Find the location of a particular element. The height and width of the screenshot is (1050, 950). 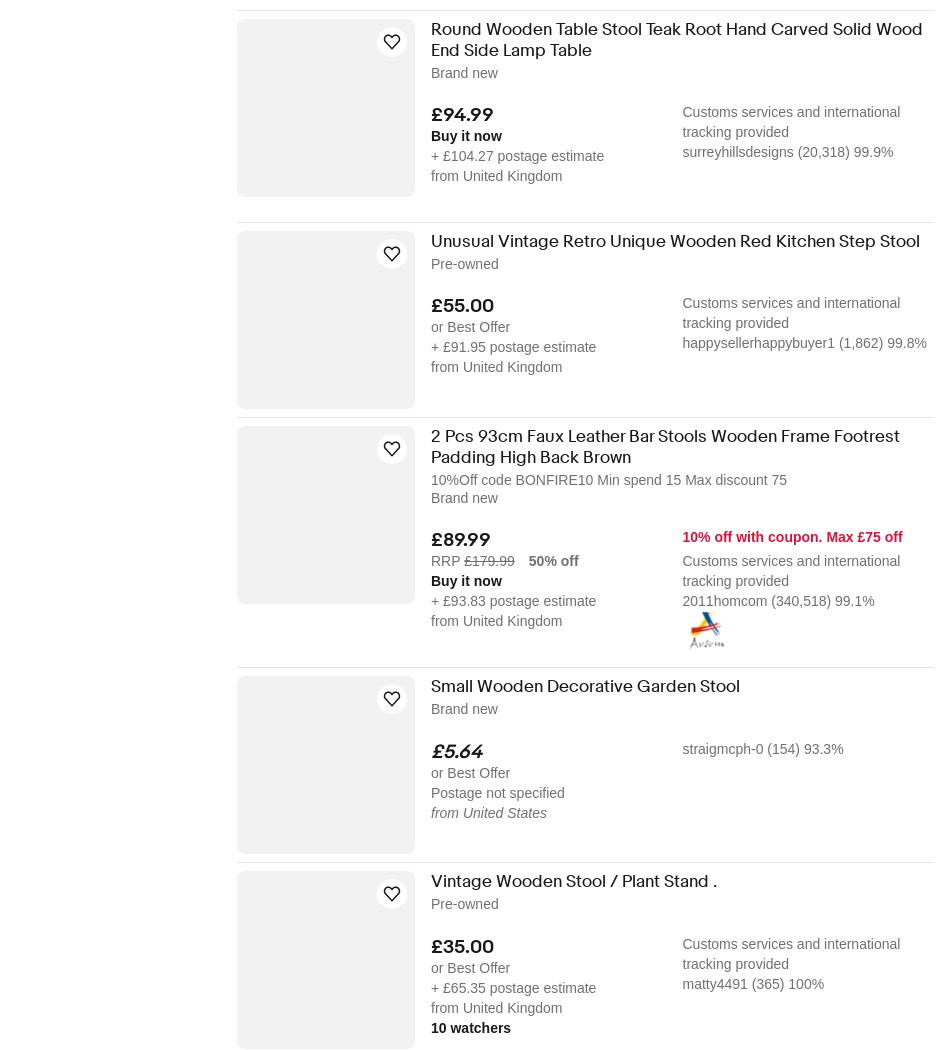

'+ £93.83 postage estimate' is located at coordinates (430, 601).